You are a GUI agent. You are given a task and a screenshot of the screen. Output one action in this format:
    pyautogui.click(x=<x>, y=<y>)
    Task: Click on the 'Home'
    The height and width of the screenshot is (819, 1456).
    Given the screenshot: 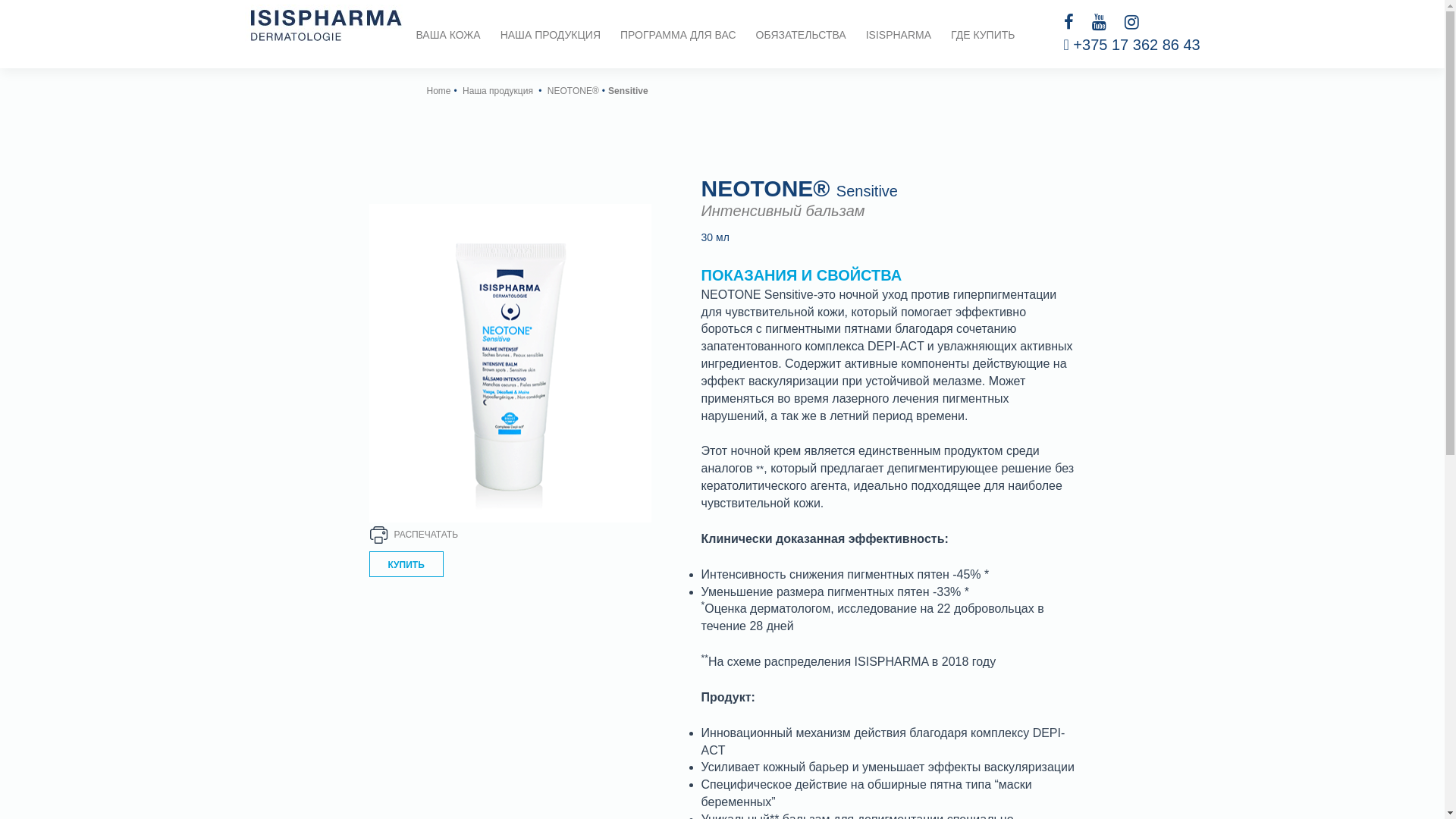 What is the action you would take?
    pyautogui.click(x=437, y=90)
    